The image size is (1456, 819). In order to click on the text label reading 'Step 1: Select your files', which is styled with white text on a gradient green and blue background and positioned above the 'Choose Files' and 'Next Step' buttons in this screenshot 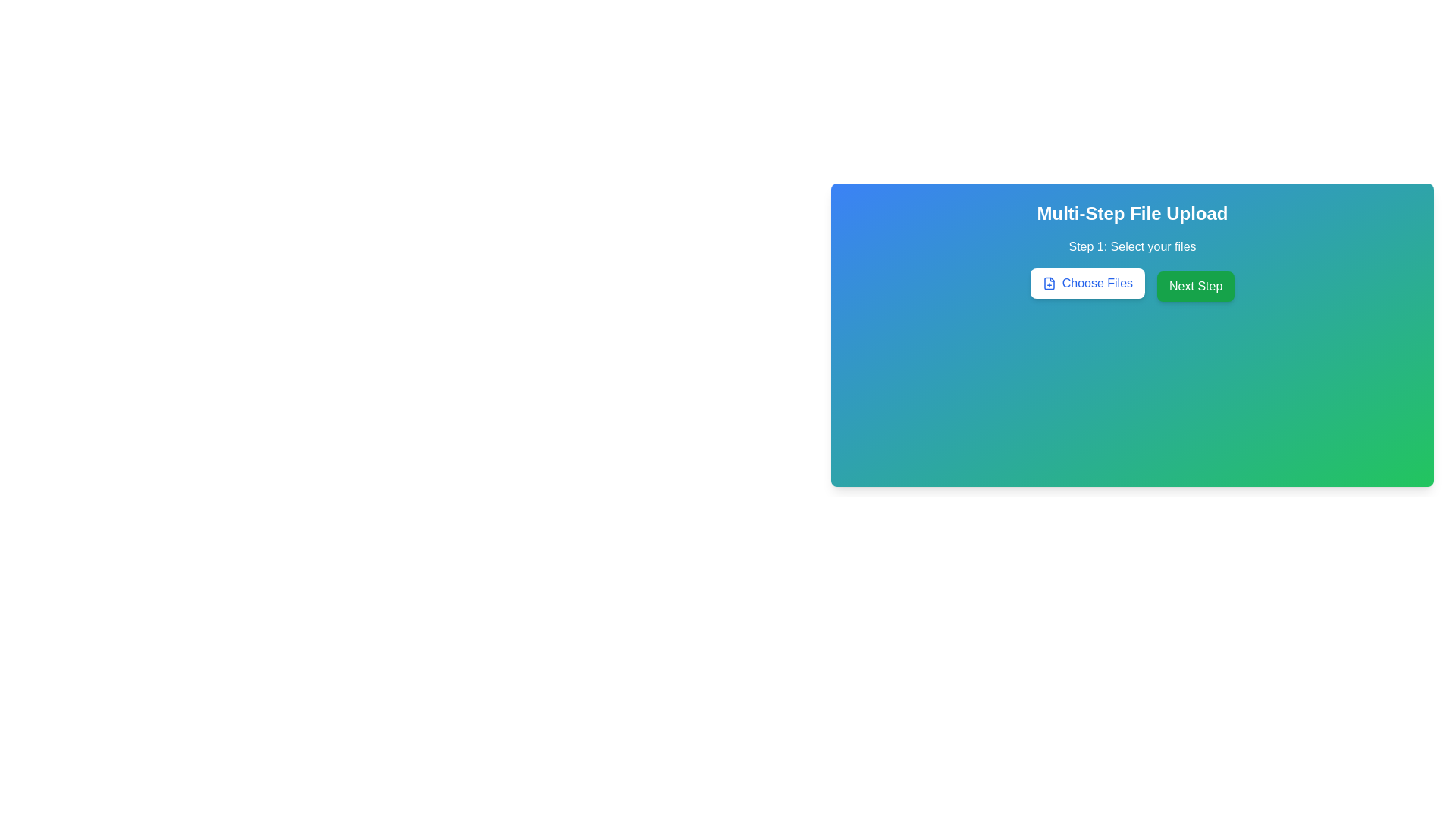, I will do `click(1132, 246)`.